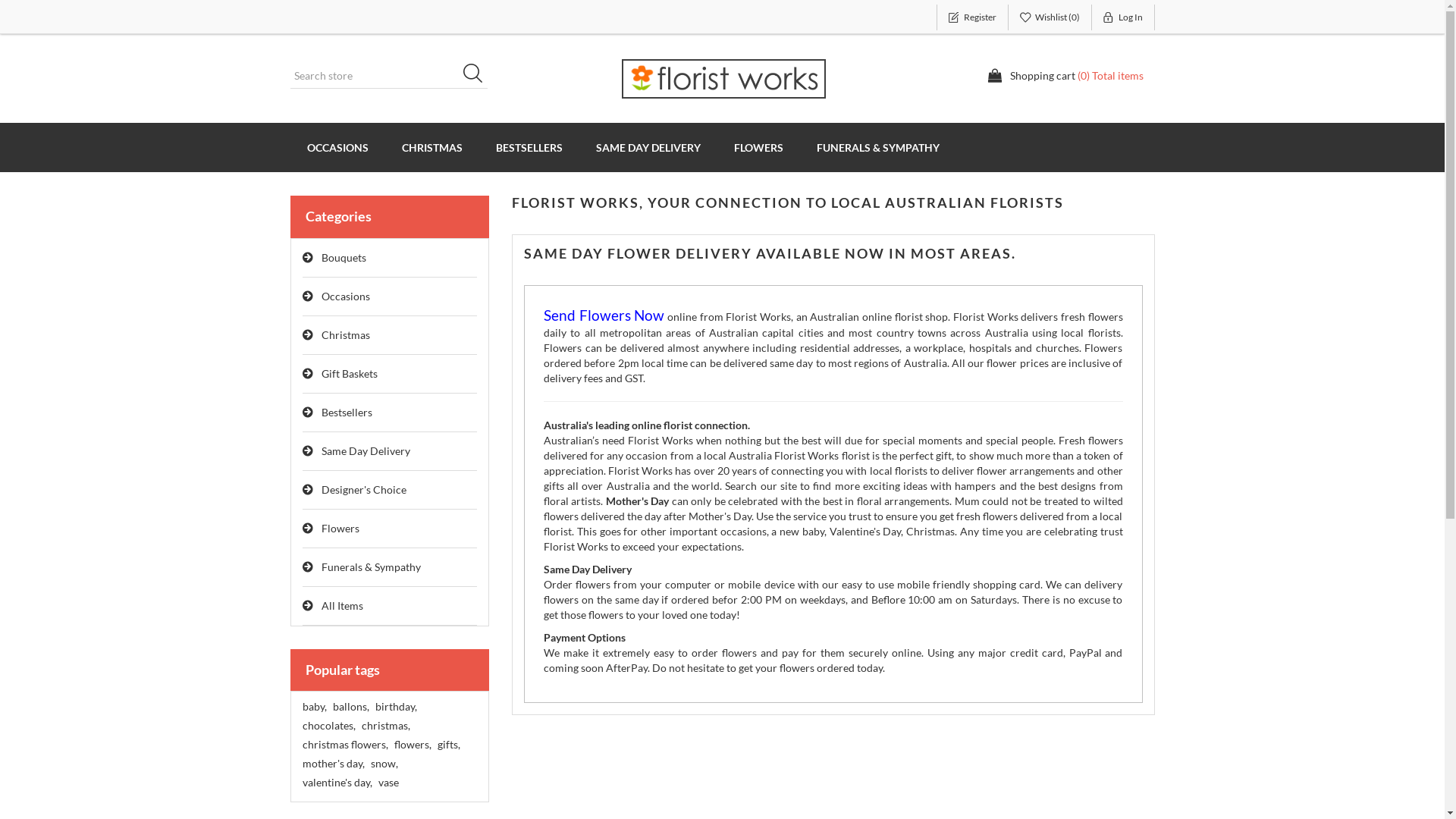 The width and height of the screenshot is (1456, 819). I want to click on 'Same Day Delivery', so click(302, 450).